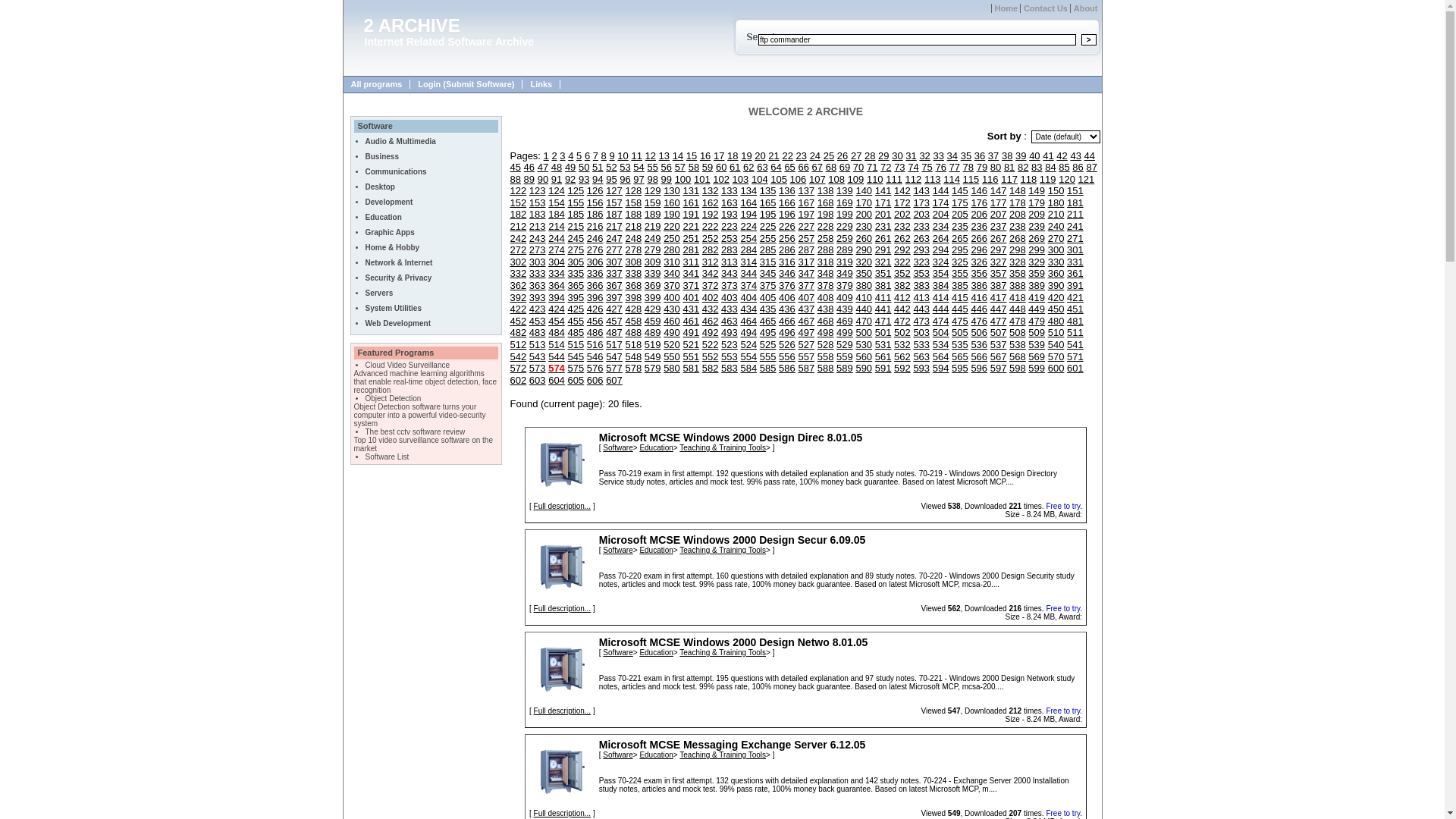  Describe the element at coordinates (387, 456) in the screenshot. I see `'Software List'` at that location.